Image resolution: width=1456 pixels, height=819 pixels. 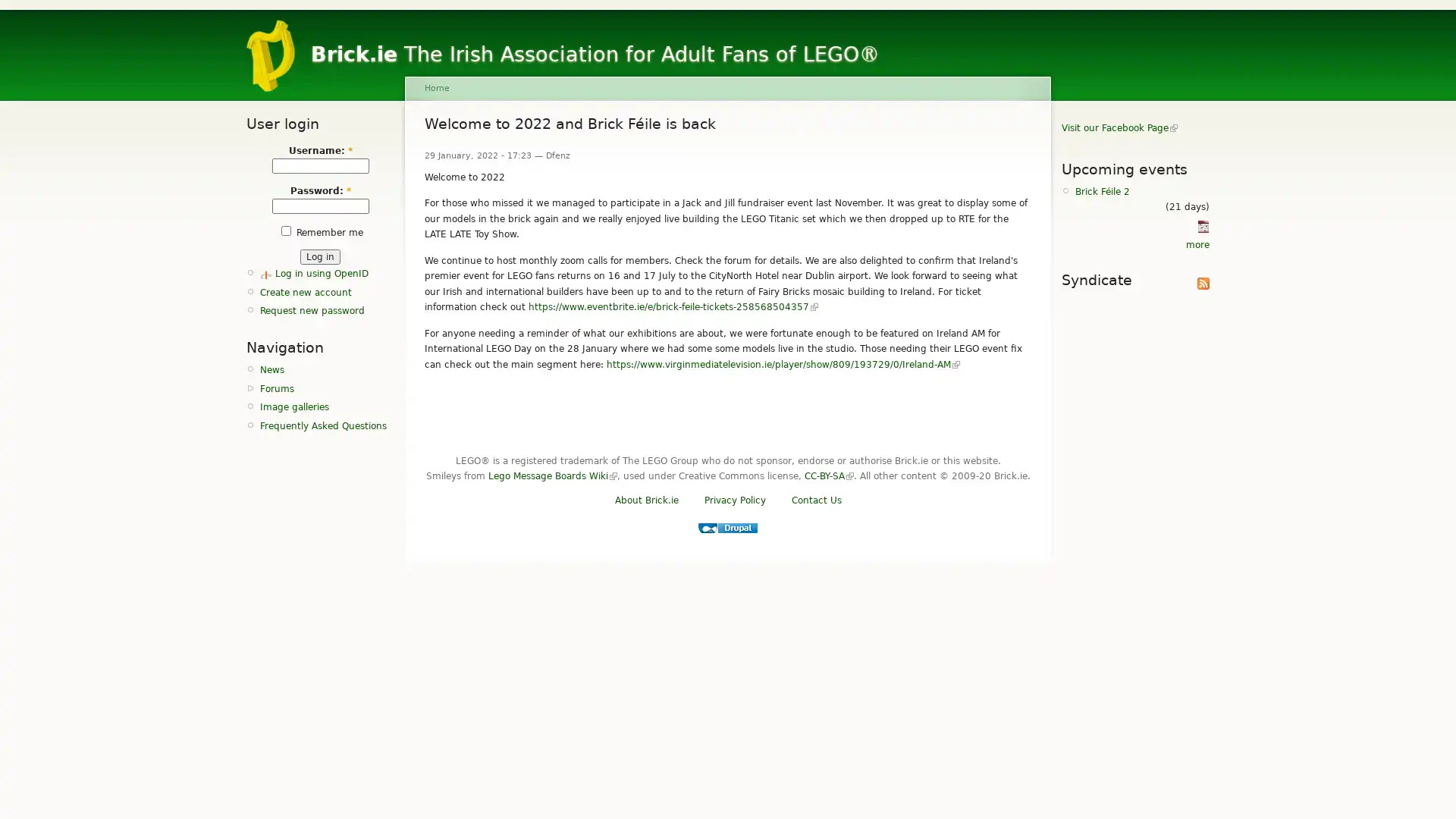 I want to click on Log in, so click(x=319, y=256).